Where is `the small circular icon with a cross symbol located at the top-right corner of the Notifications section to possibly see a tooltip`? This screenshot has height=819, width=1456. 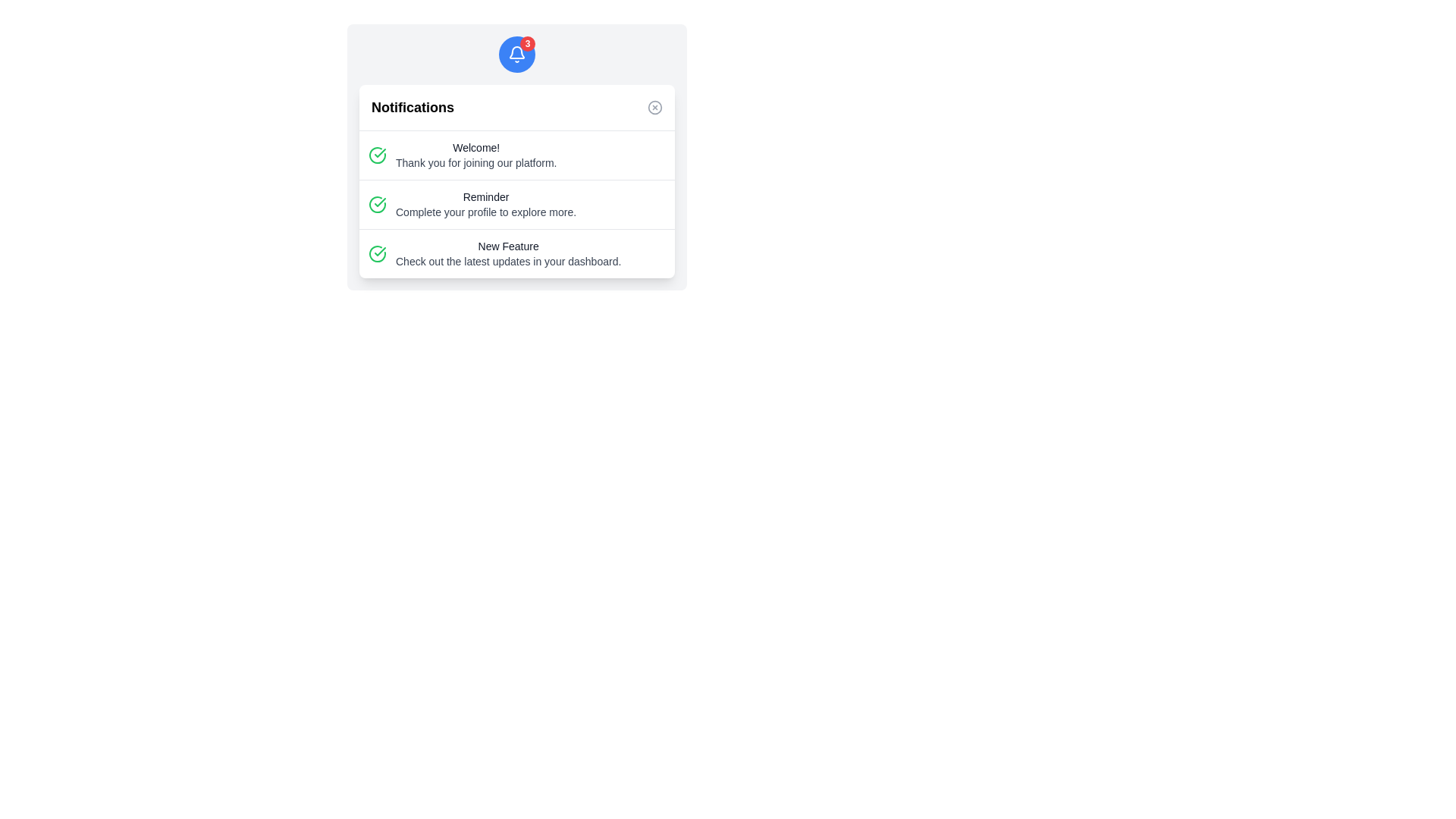
the small circular icon with a cross symbol located at the top-right corner of the Notifications section to possibly see a tooltip is located at coordinates (655, 107).